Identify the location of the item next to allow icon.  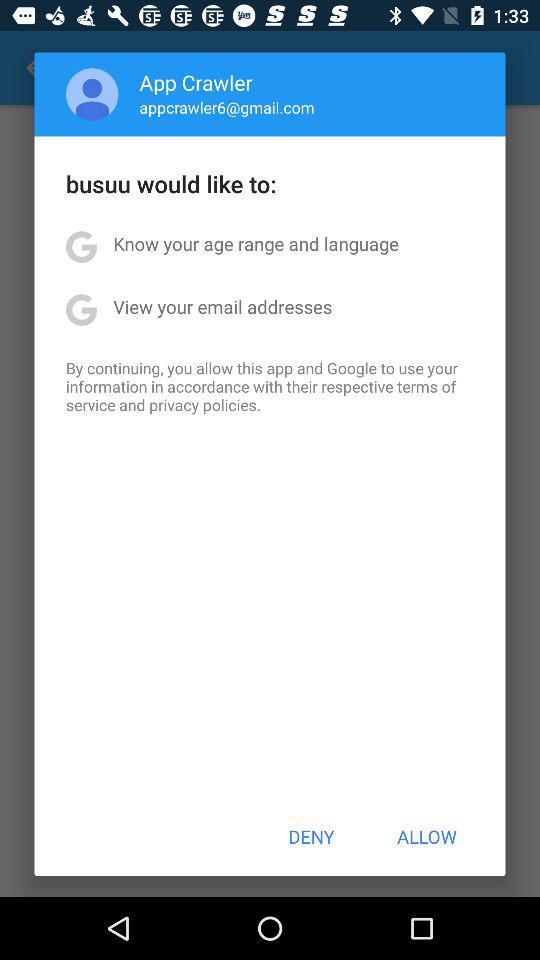
(311, 836).